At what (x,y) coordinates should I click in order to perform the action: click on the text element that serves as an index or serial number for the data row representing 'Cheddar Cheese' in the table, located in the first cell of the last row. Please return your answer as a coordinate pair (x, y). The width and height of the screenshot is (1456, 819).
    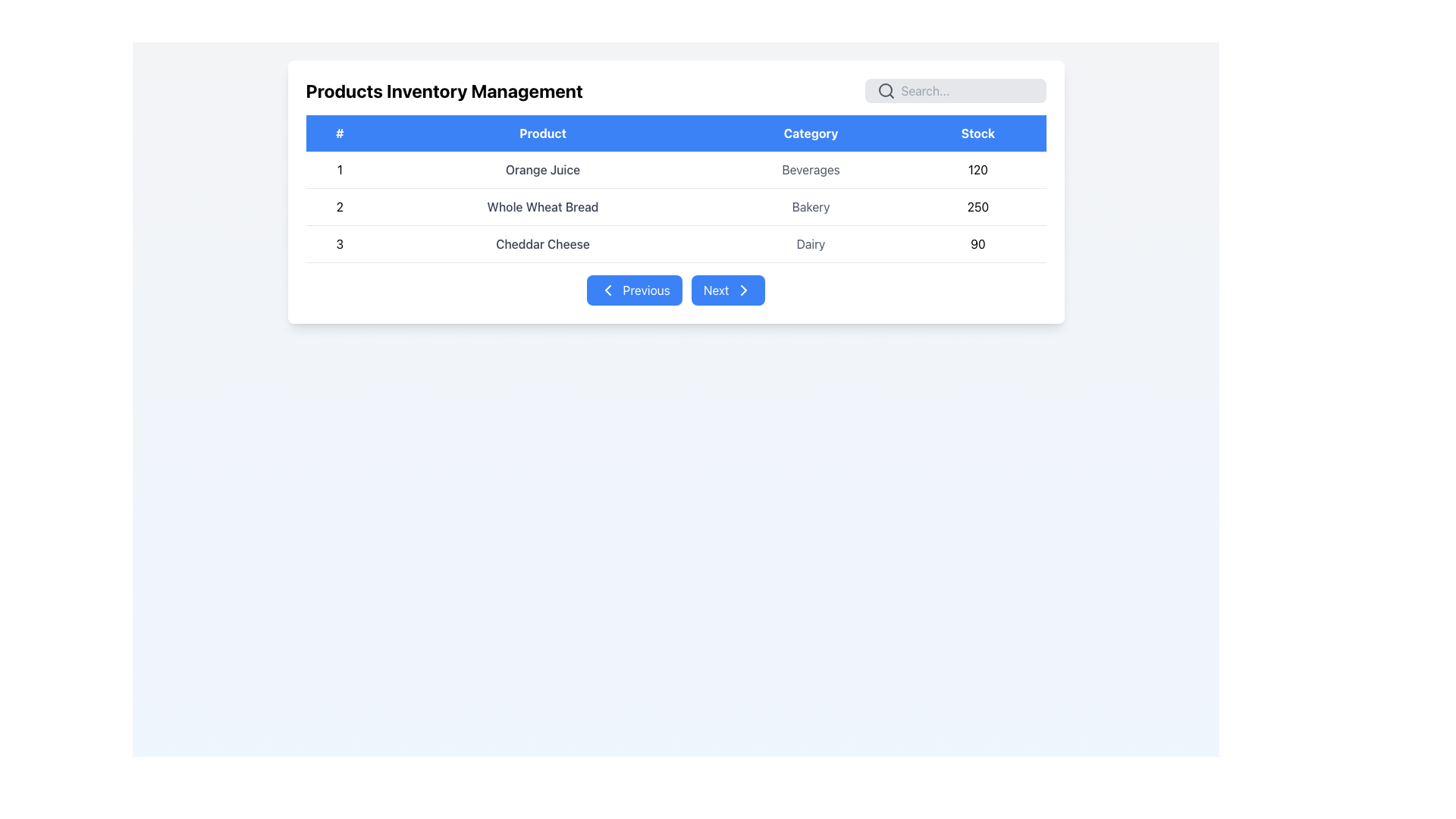
    Looking at the image, I should click on (339, 243).